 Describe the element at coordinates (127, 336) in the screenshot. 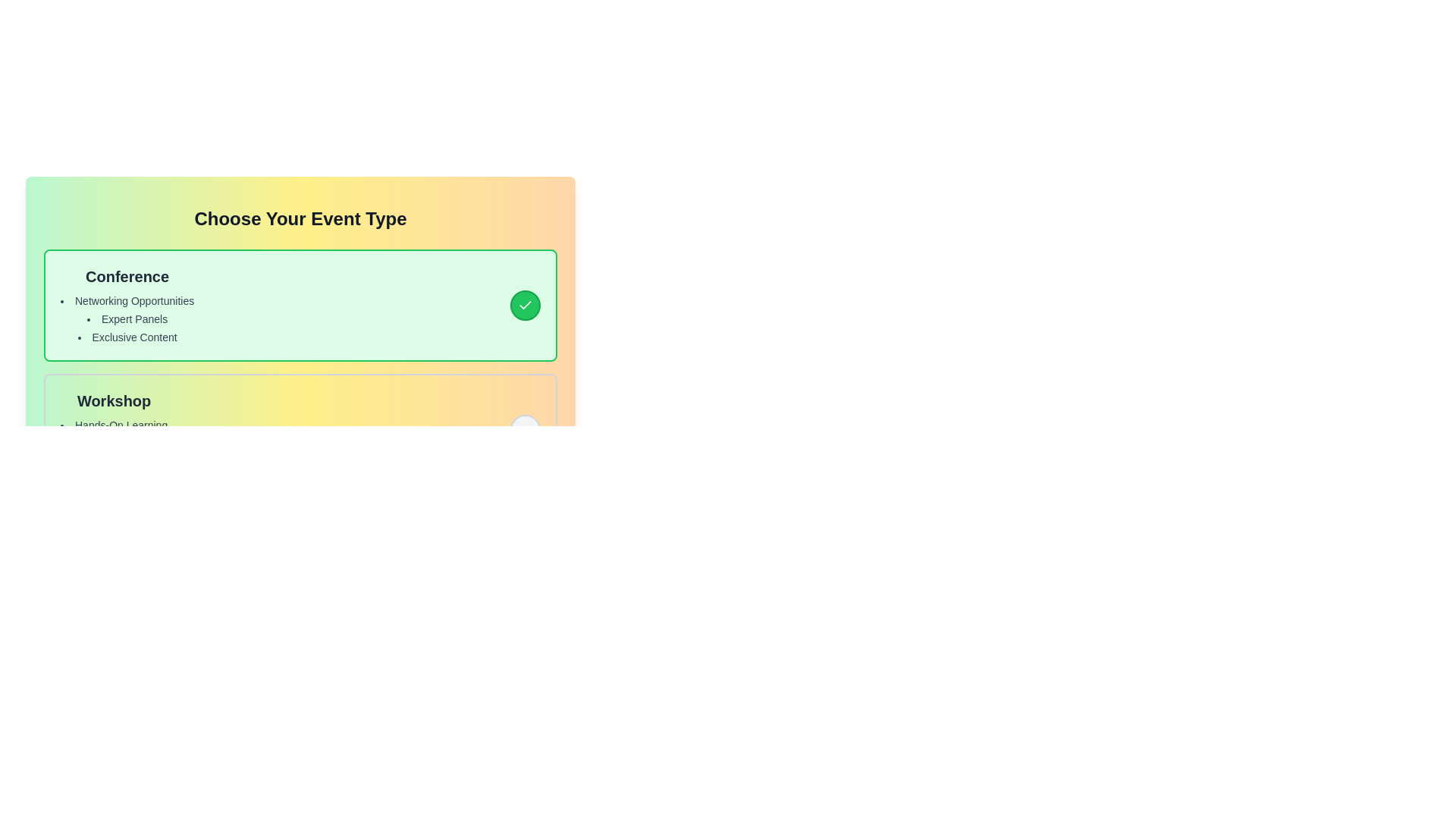

I see `the non-interactive text label that represents an item in the list under the 'Conference' section, specifically the third item located beneath 'Expert Panels'` at that location.